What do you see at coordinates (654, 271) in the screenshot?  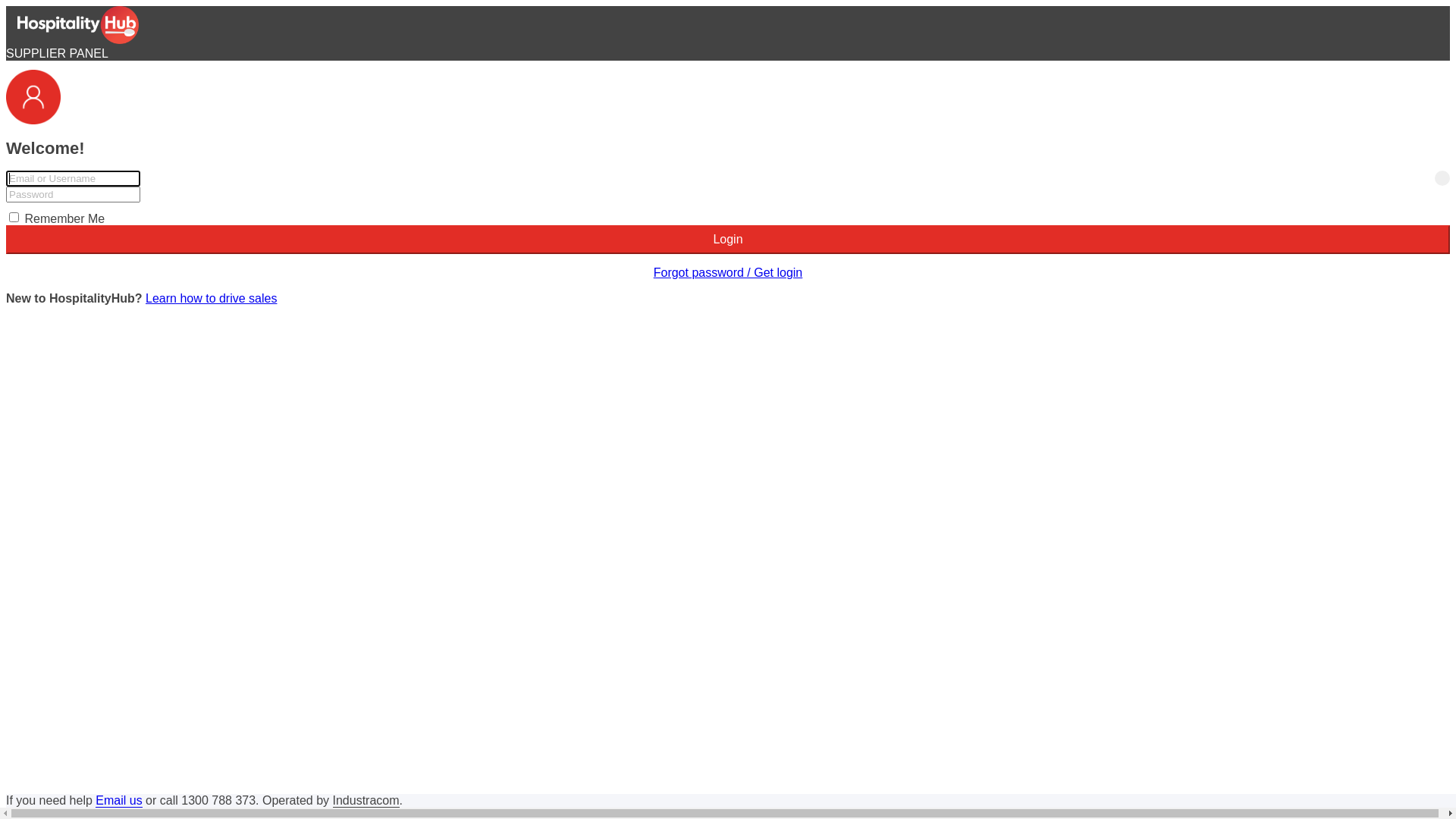 I see `'Forgot password / Get login'` at bounding box center [654, 271].